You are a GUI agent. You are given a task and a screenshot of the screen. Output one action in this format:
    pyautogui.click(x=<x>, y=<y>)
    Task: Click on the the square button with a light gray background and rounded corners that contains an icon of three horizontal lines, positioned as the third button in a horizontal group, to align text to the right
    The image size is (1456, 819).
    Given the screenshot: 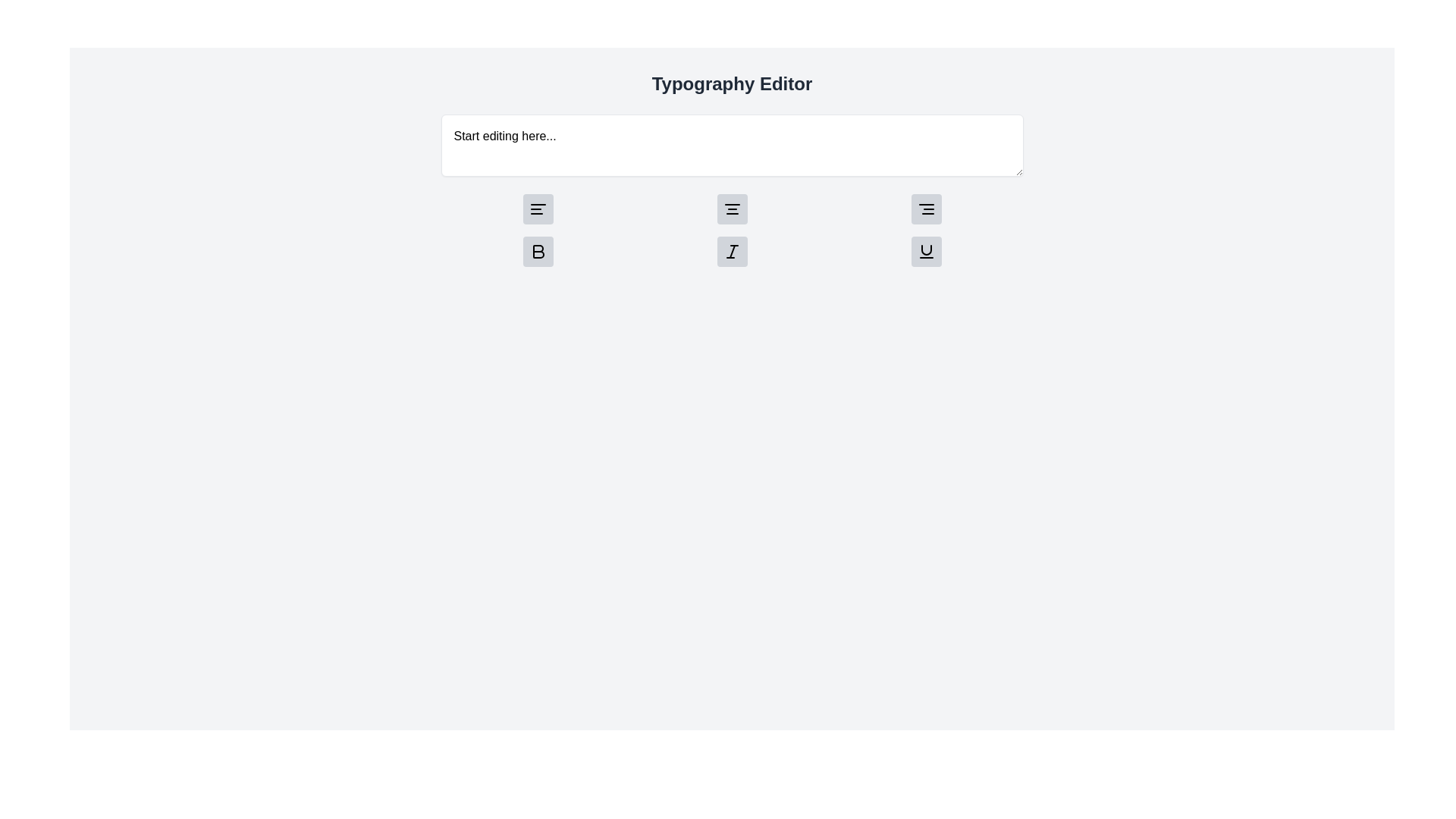 What is the action you would take?
    pyautogui.click(x=925, y=209)
    